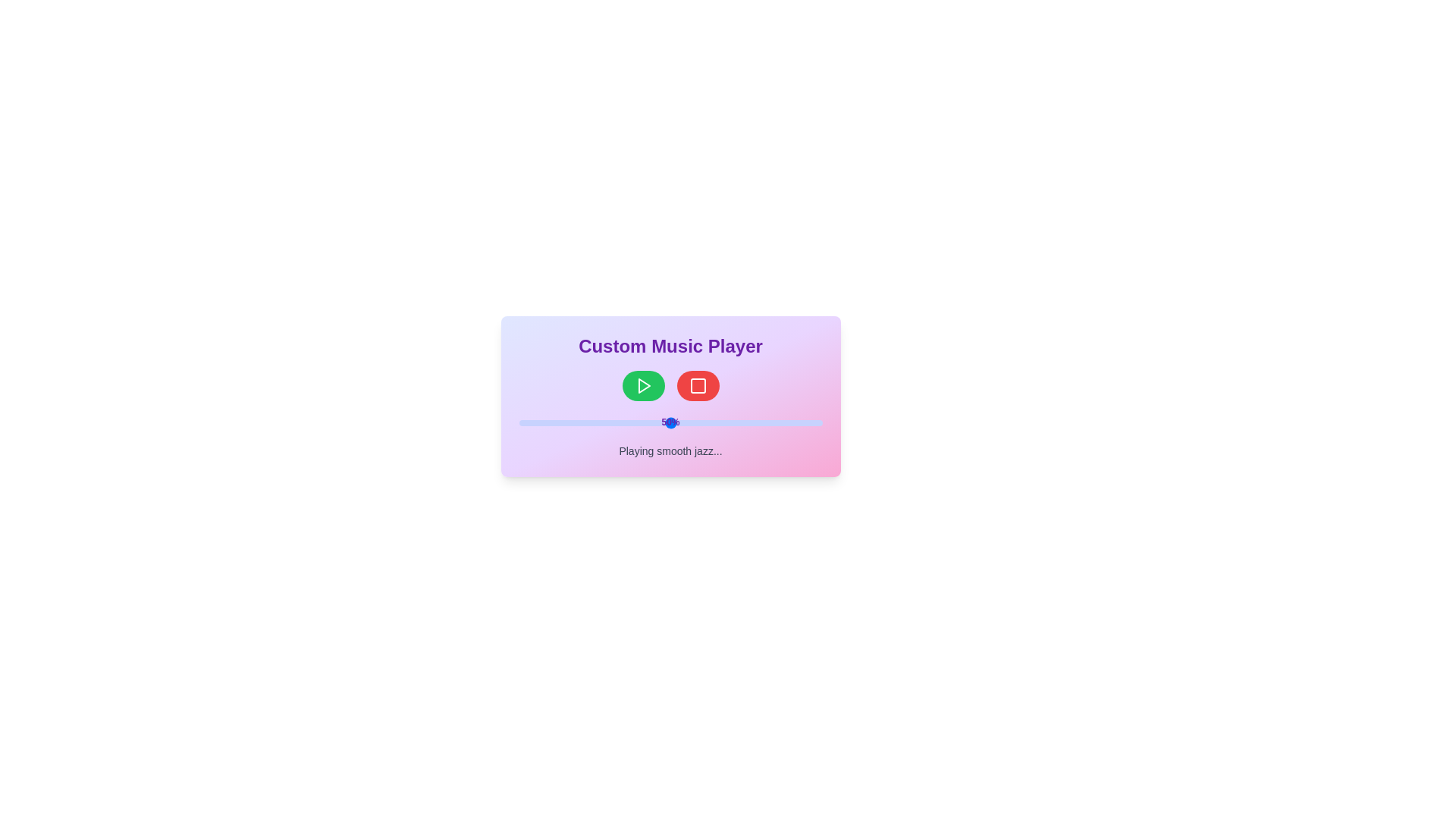 The width and height of the screenshot is (1456, 819). Describe the element at coordinates (670, 346) in the screenshot. I see `the Text header element at the top of the custom music player interface` at that location.